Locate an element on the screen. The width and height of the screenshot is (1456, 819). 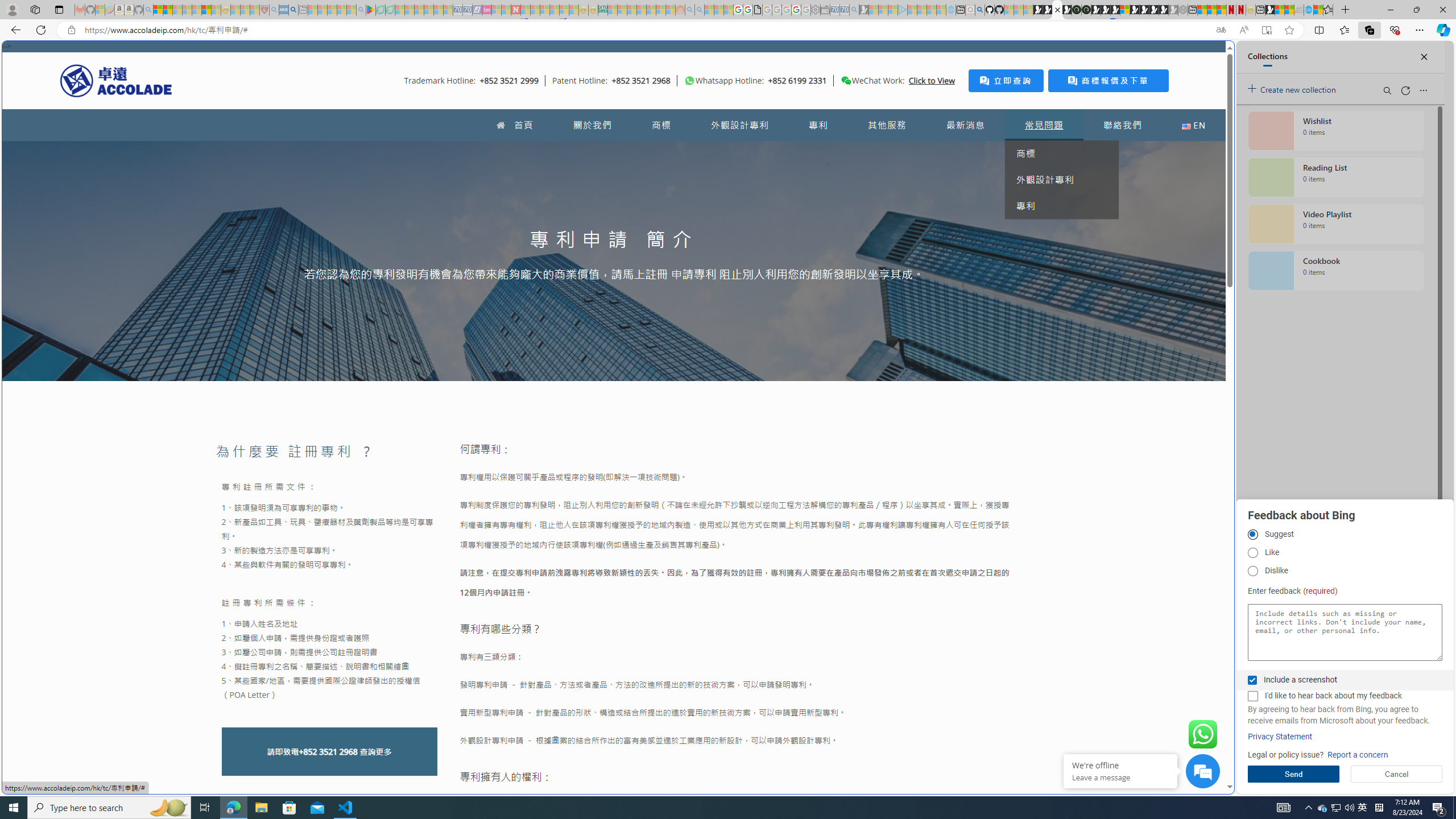
'Close split screen' is located at coordinates (1207, 57).